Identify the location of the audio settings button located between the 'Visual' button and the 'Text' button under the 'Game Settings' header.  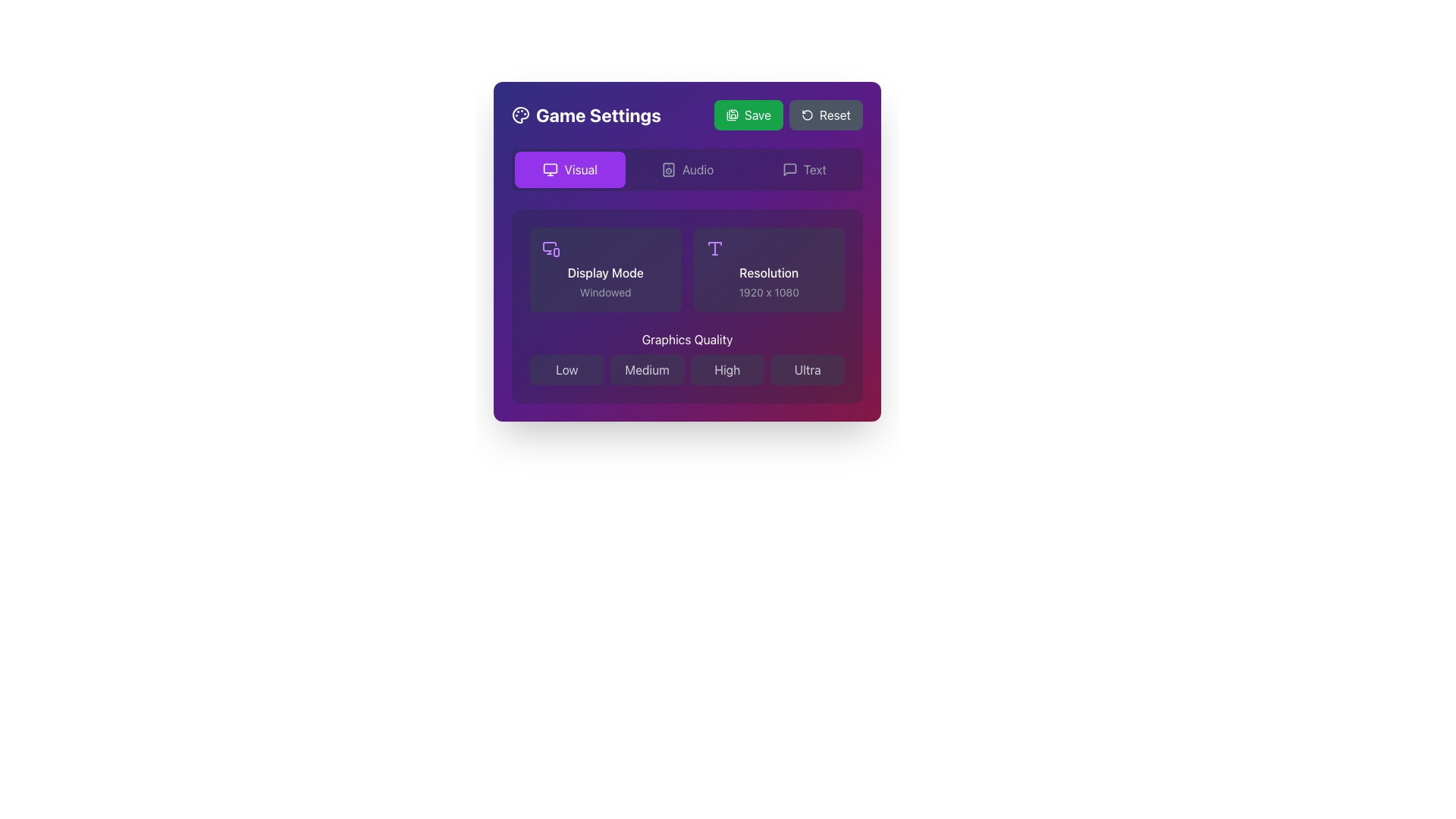
(686, 169).